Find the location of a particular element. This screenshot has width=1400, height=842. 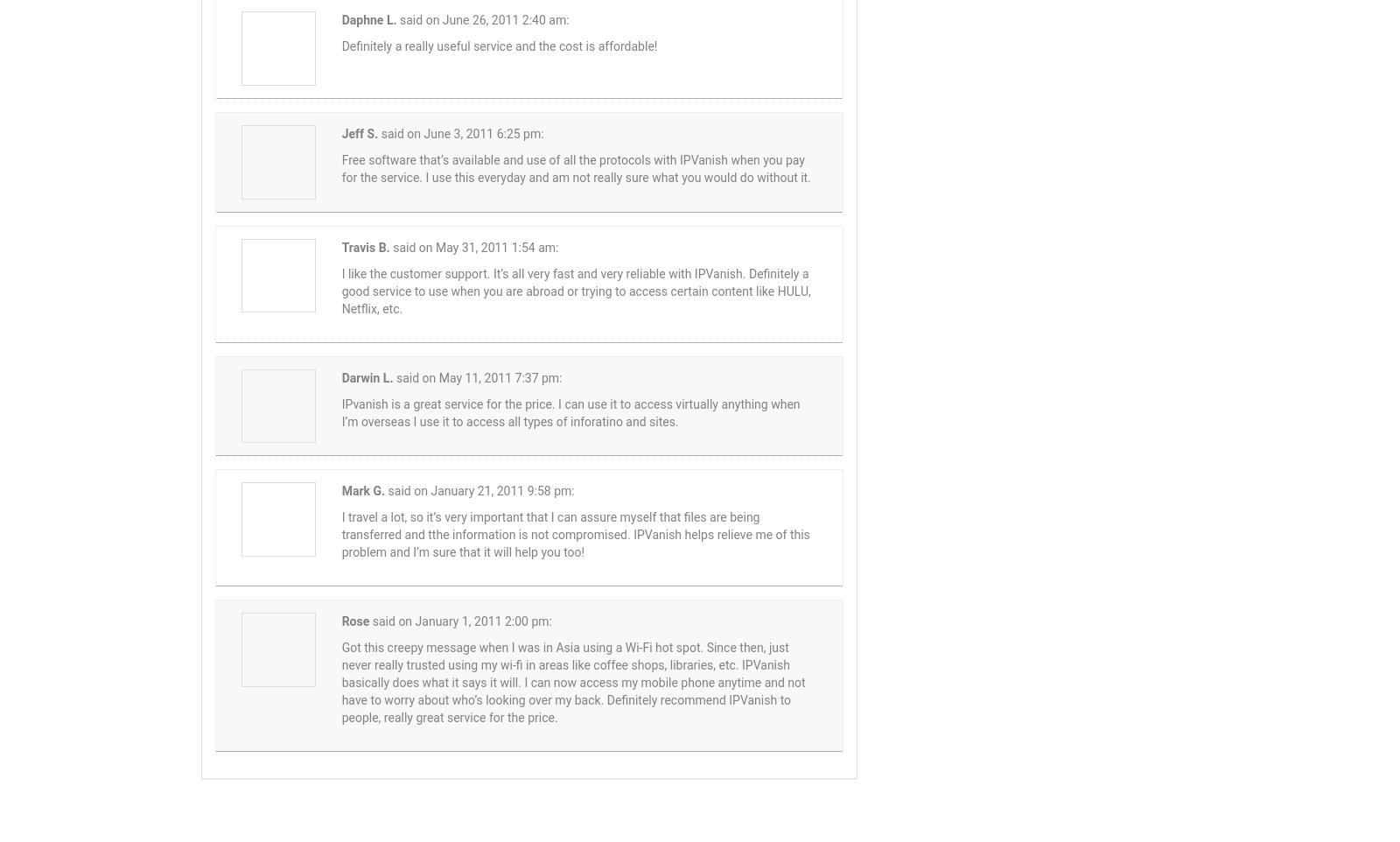

'Daphne L.' is located at coordinates (340, 18).